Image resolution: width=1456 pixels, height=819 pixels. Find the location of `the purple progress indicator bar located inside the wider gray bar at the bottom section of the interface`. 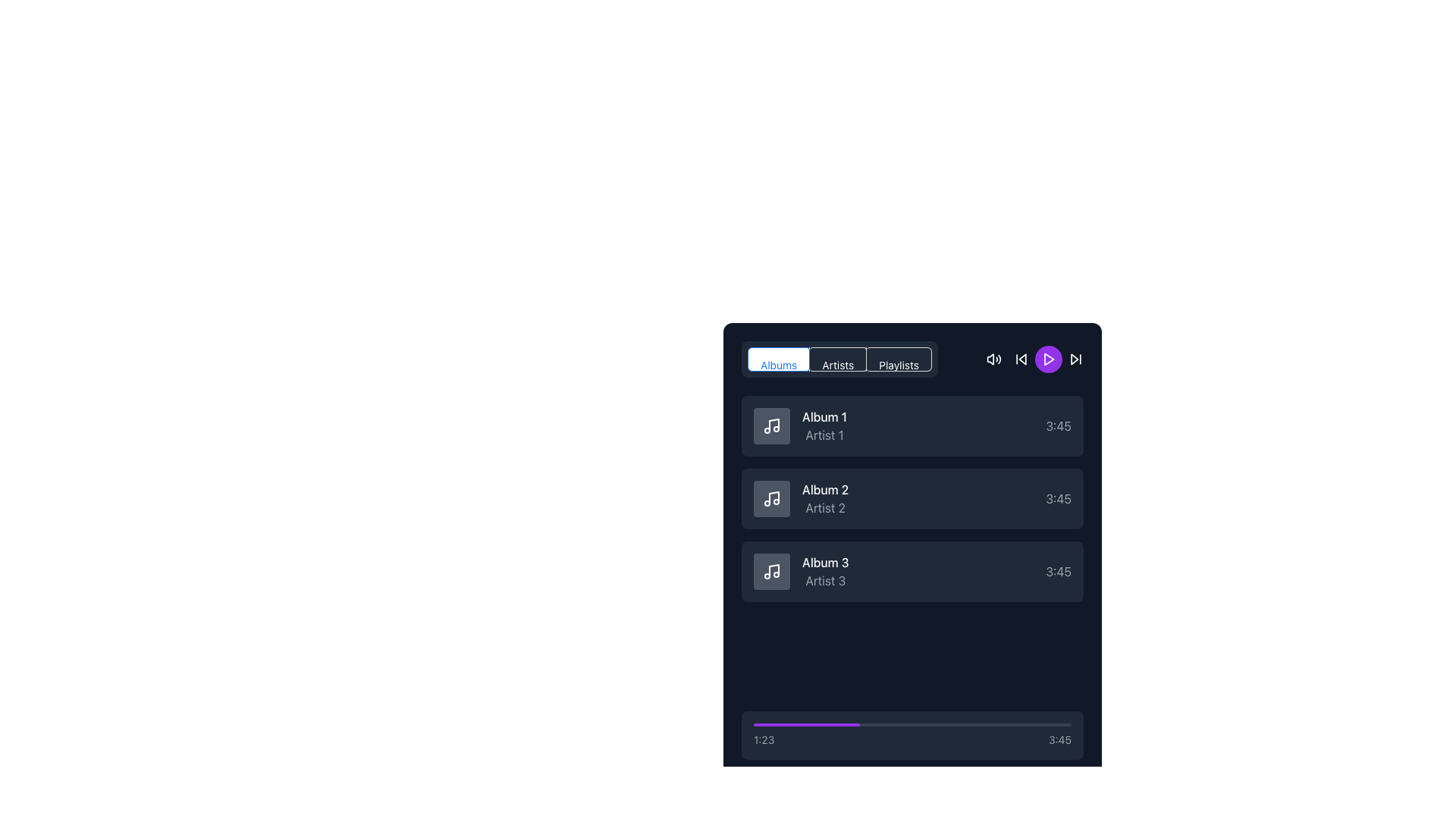

the purple progress indicator bar located inside the wider gray bar at the bottom section of the interface is located at coordinates (805, 724).